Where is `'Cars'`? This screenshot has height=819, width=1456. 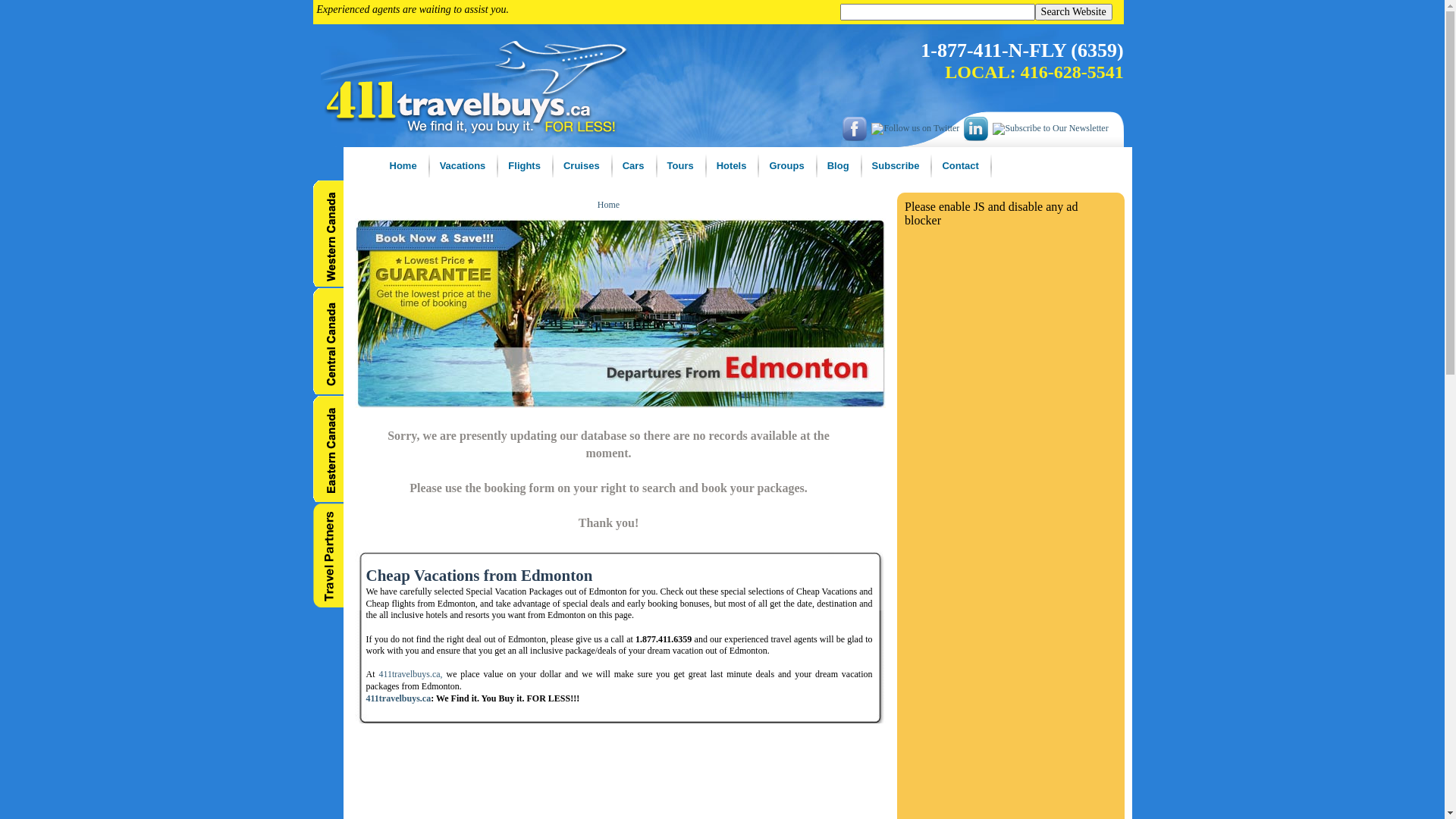 'Cars' is located at coordinates (634, 166).